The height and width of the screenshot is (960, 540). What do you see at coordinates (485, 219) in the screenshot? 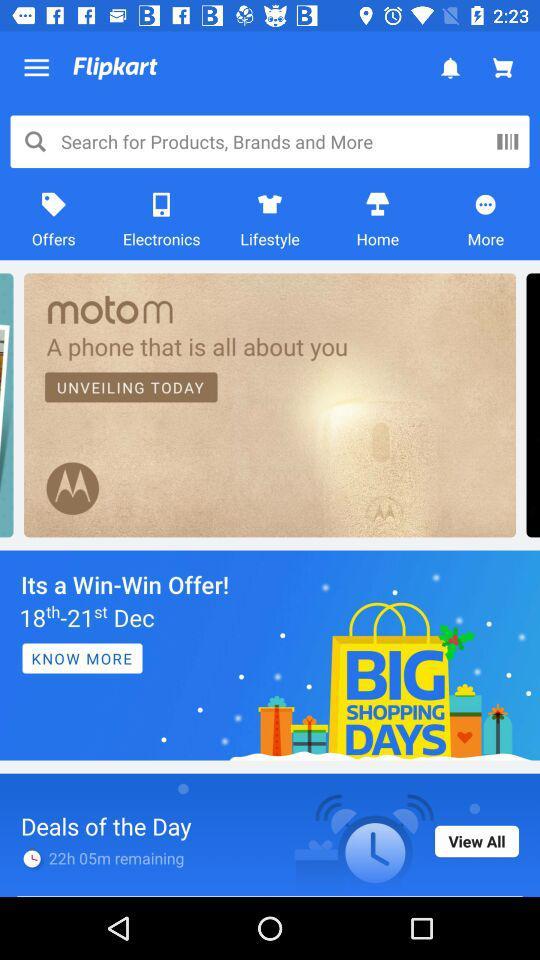
I see `more at the top` at bounding box center [485, 219].